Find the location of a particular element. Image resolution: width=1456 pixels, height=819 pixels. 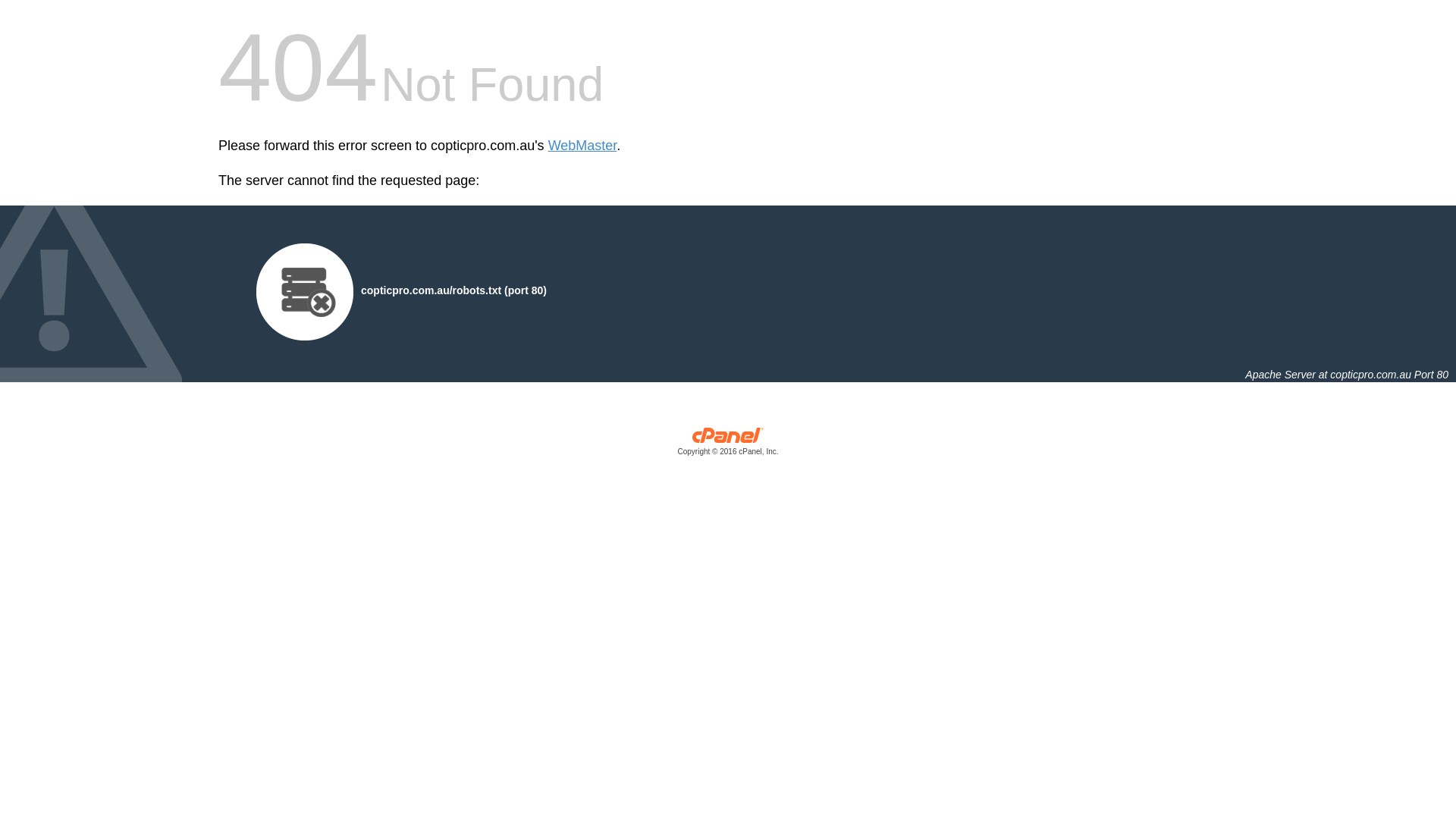

'WebMaster' is located at coordinates (548, 146).